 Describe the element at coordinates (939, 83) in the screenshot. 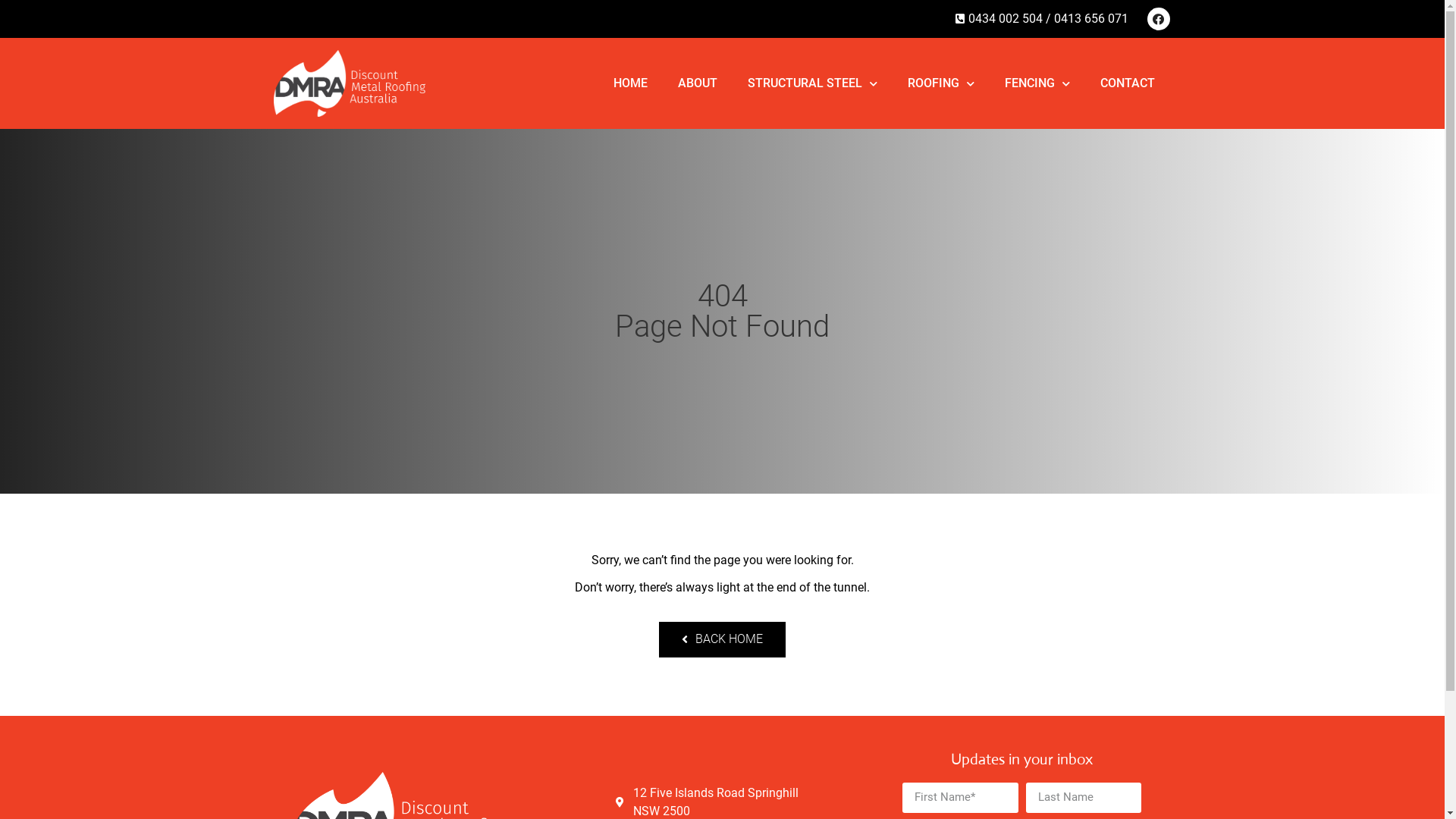

I see `'ROOFING'` at that location.